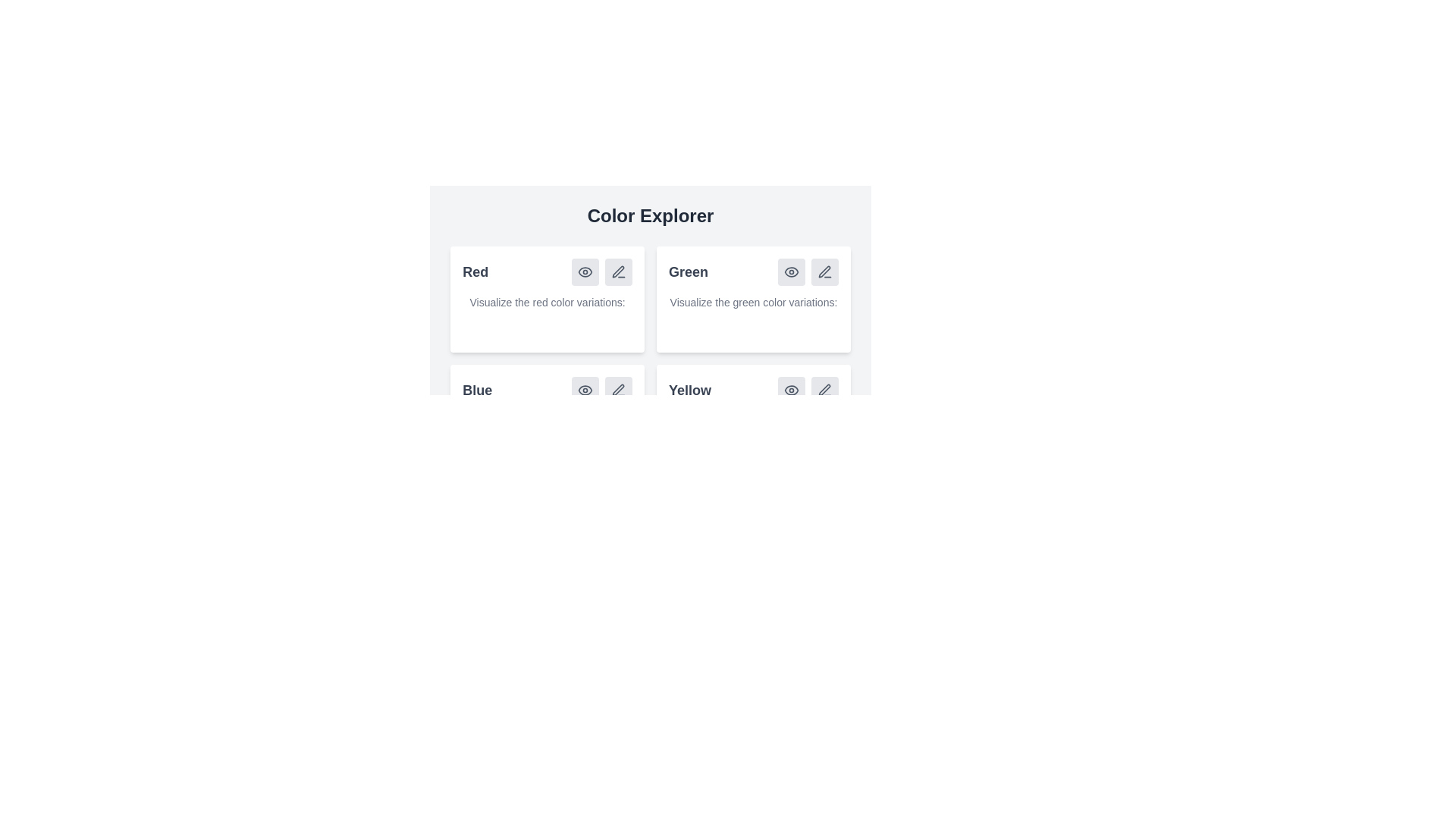 Image resolution: width=1456 pixels, height=819 pixels. I want to click on the third circular component with a soft green color shade (#90EE90) in the 'Green' section located in the top-right portion of the grid, so click(742, 327).